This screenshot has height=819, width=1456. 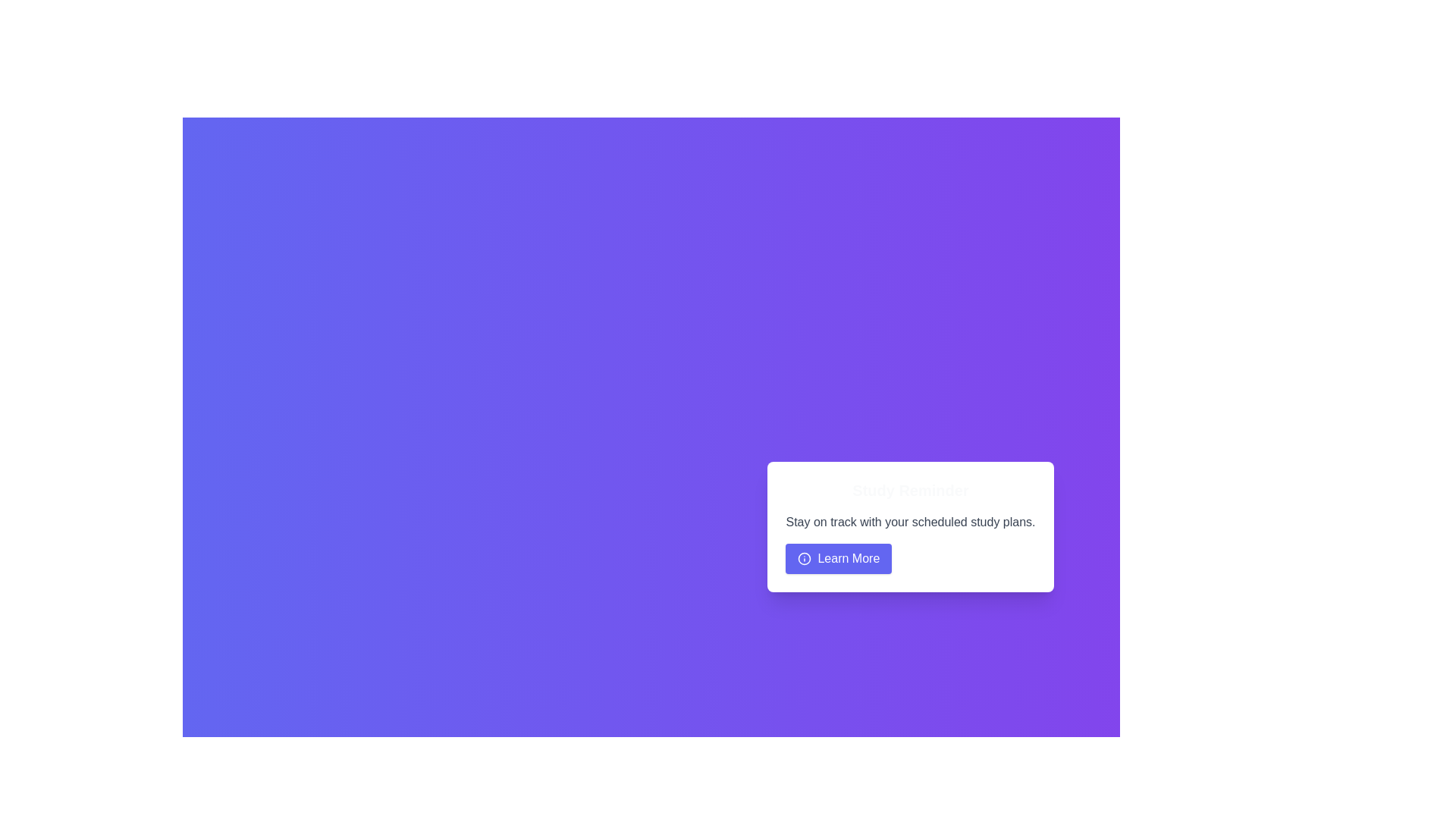 I want to click on the button that contains the informational icon located to the left of the text 'Learn More' in the lower right part of the card, so click(x=804, y=558).